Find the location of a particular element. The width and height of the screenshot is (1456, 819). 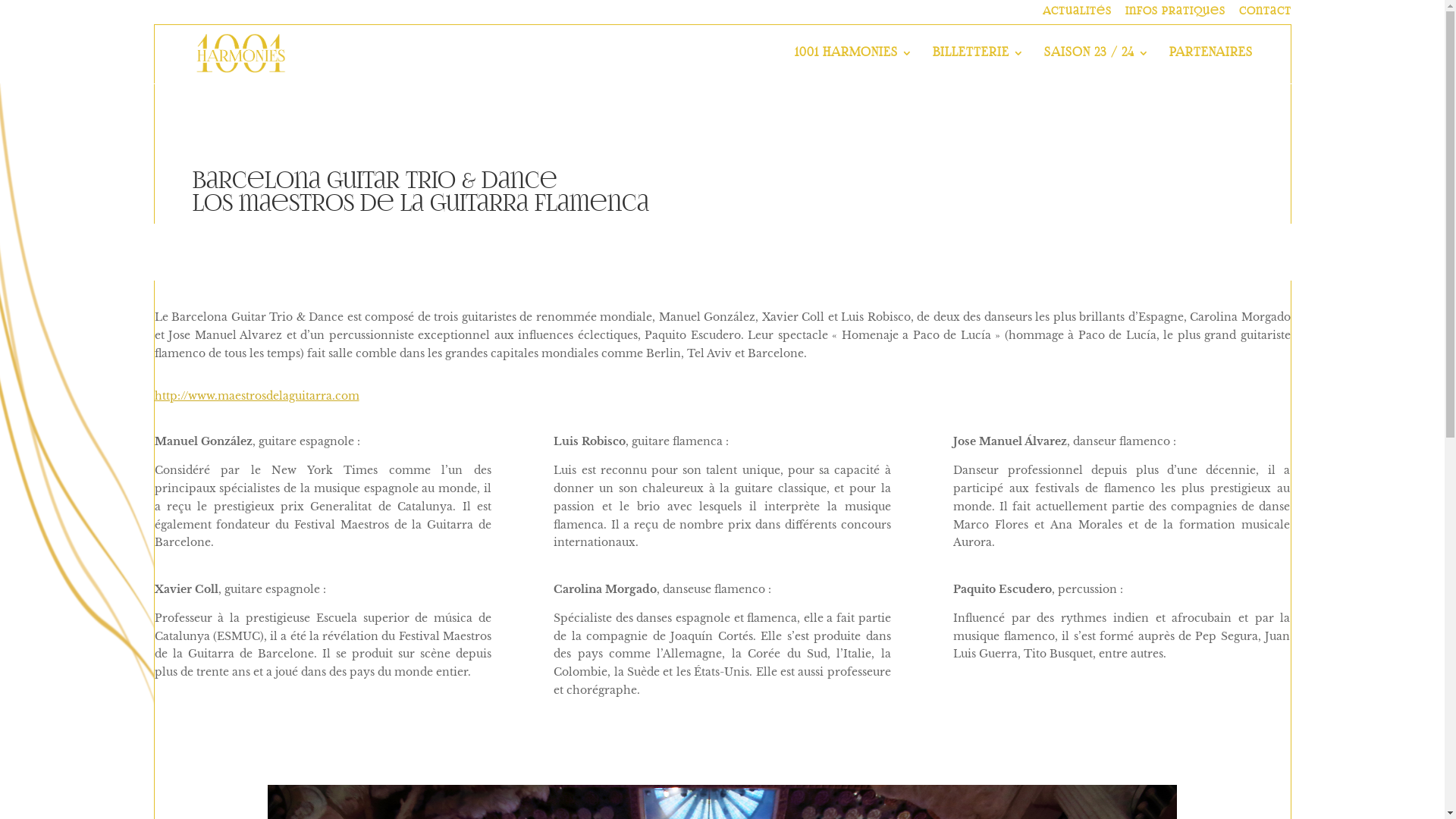

'SAISON 23 / 24' is located at coordinates (1096, 64).